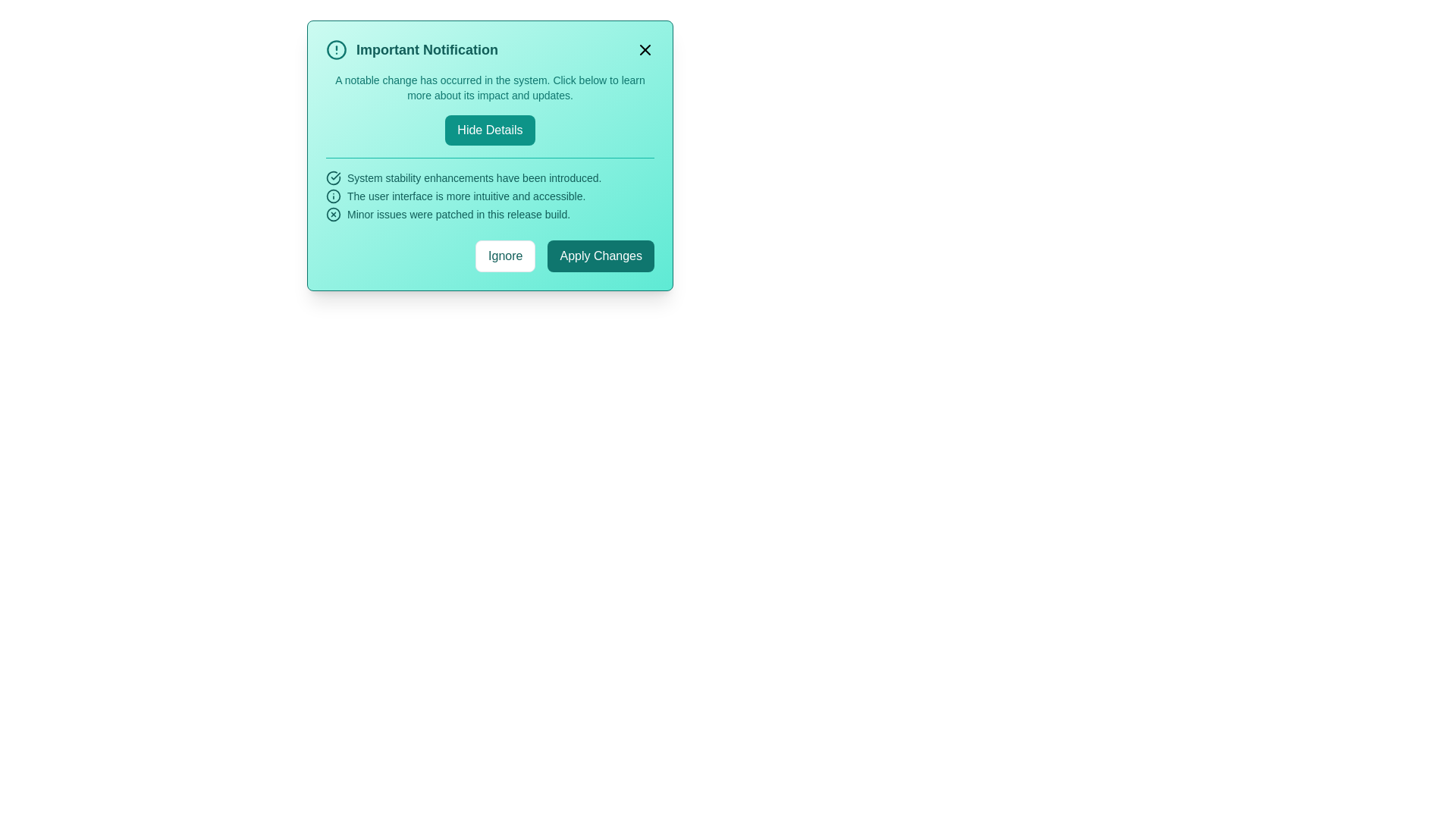  I want to click on the button located in the notification dialog box that collapses or hides additional details, simplifying the displayed information, so click(490, 130).